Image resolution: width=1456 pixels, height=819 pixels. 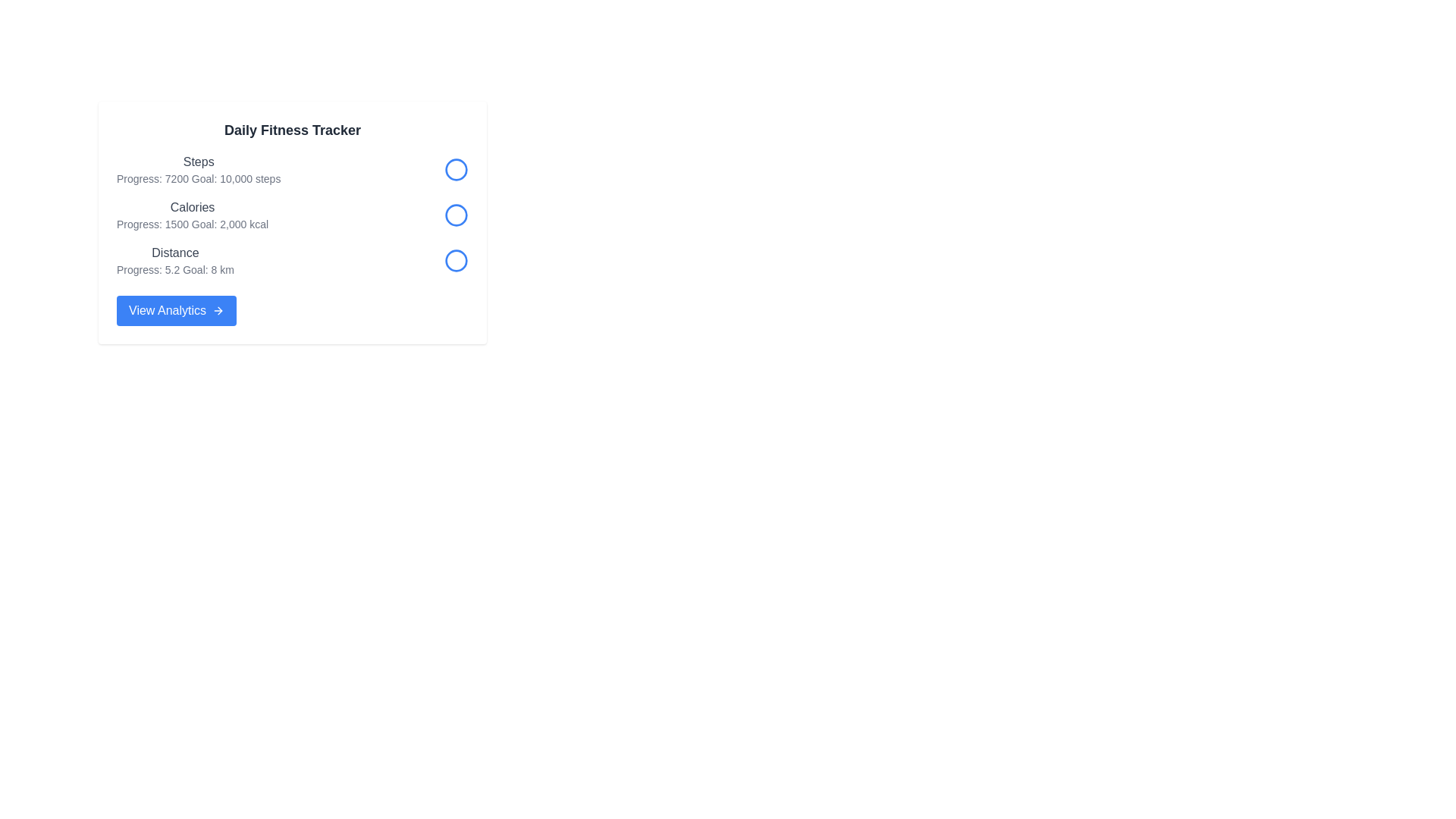 What do you see at coordinates (192, 207) in the screenshot?
I see `the text label reading 'Calories', which is styled with a gray color and medium font weight, positioned under the heading 'Daily Fitness Tracker'` at bounding box center [192, 207].